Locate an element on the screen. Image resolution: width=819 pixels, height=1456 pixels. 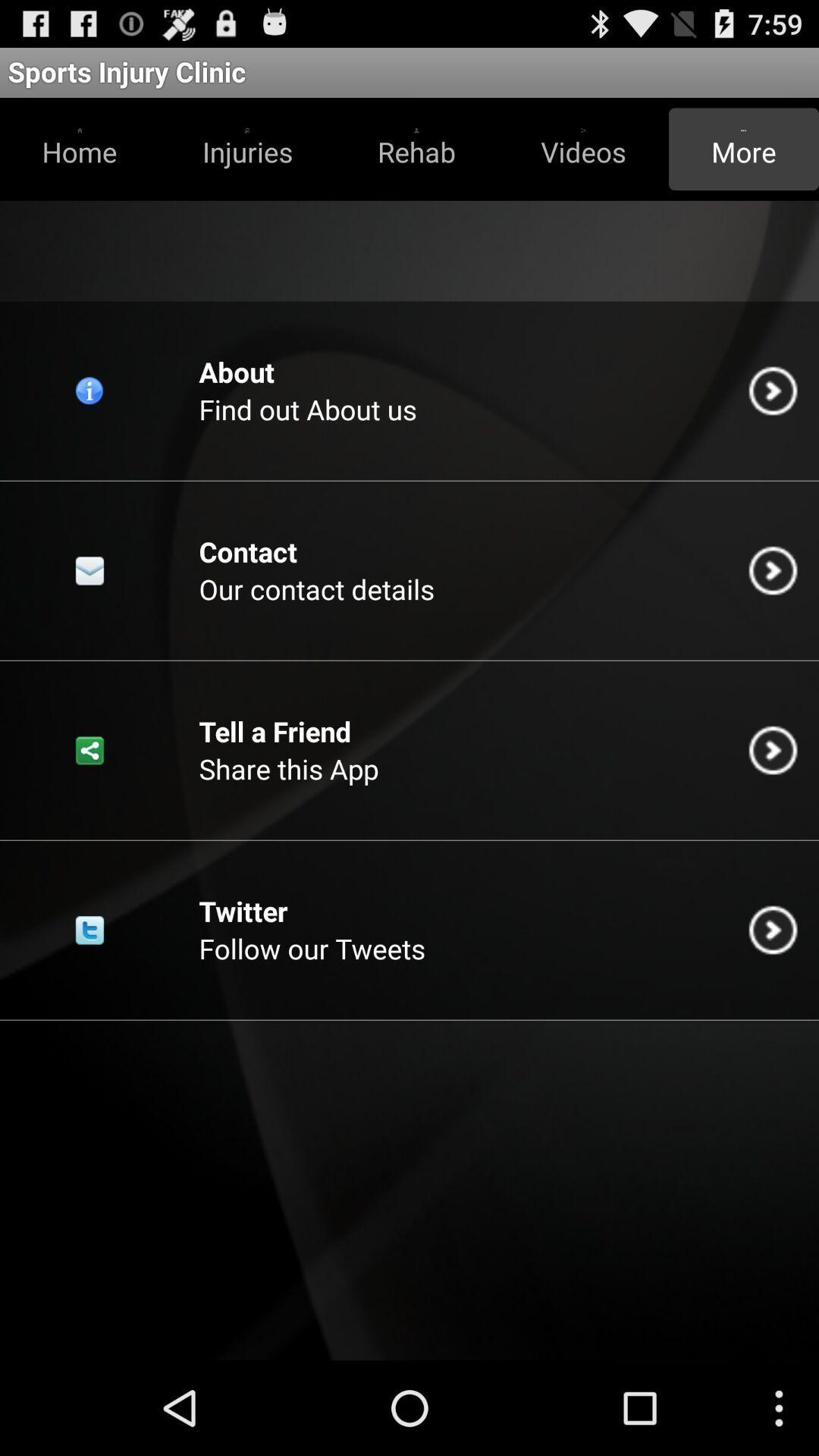
home is located at coordinates (80, 149).